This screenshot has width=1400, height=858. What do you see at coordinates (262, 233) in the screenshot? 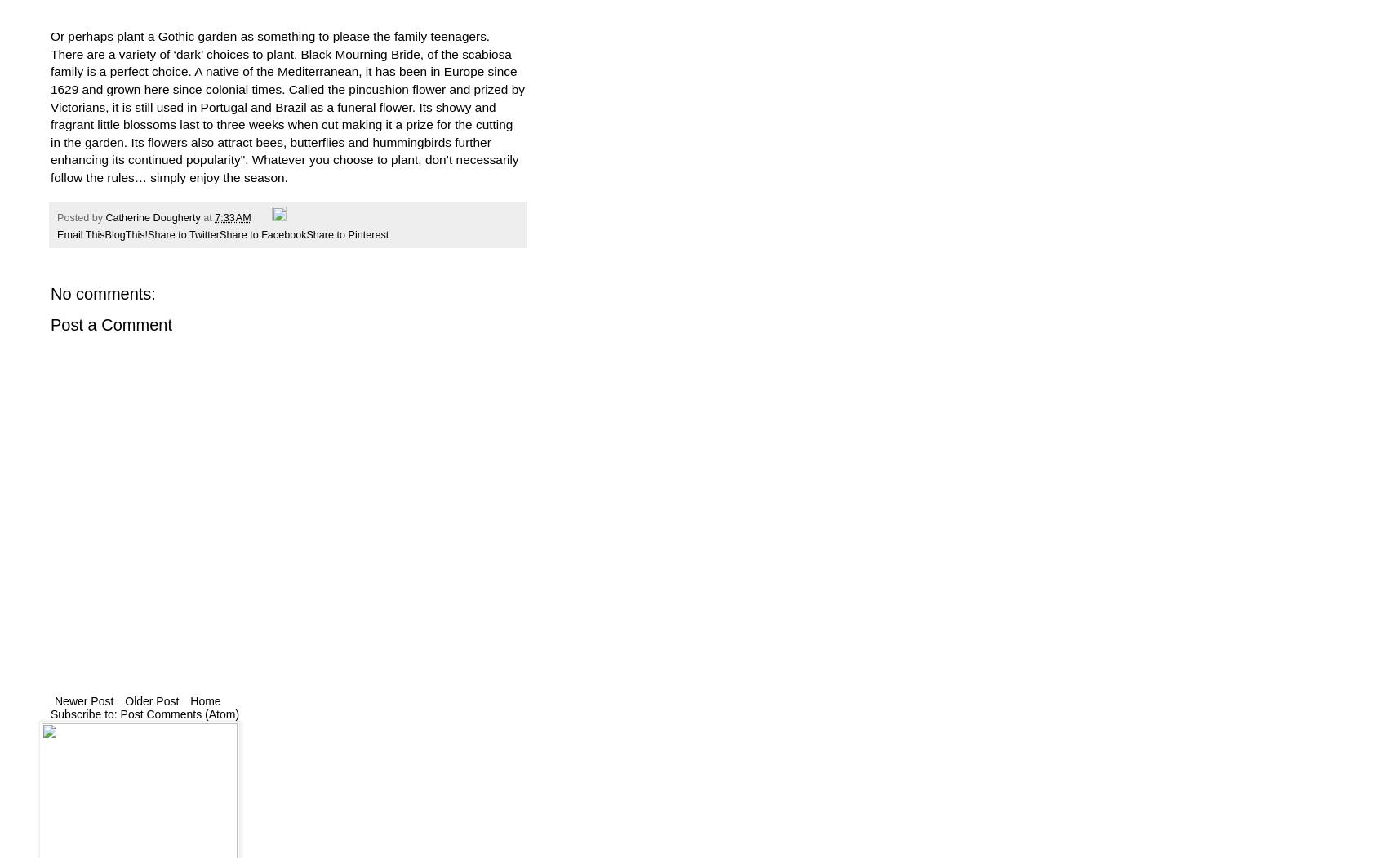
I see `'Share to Facebook'` at bounding box center [262, 233].